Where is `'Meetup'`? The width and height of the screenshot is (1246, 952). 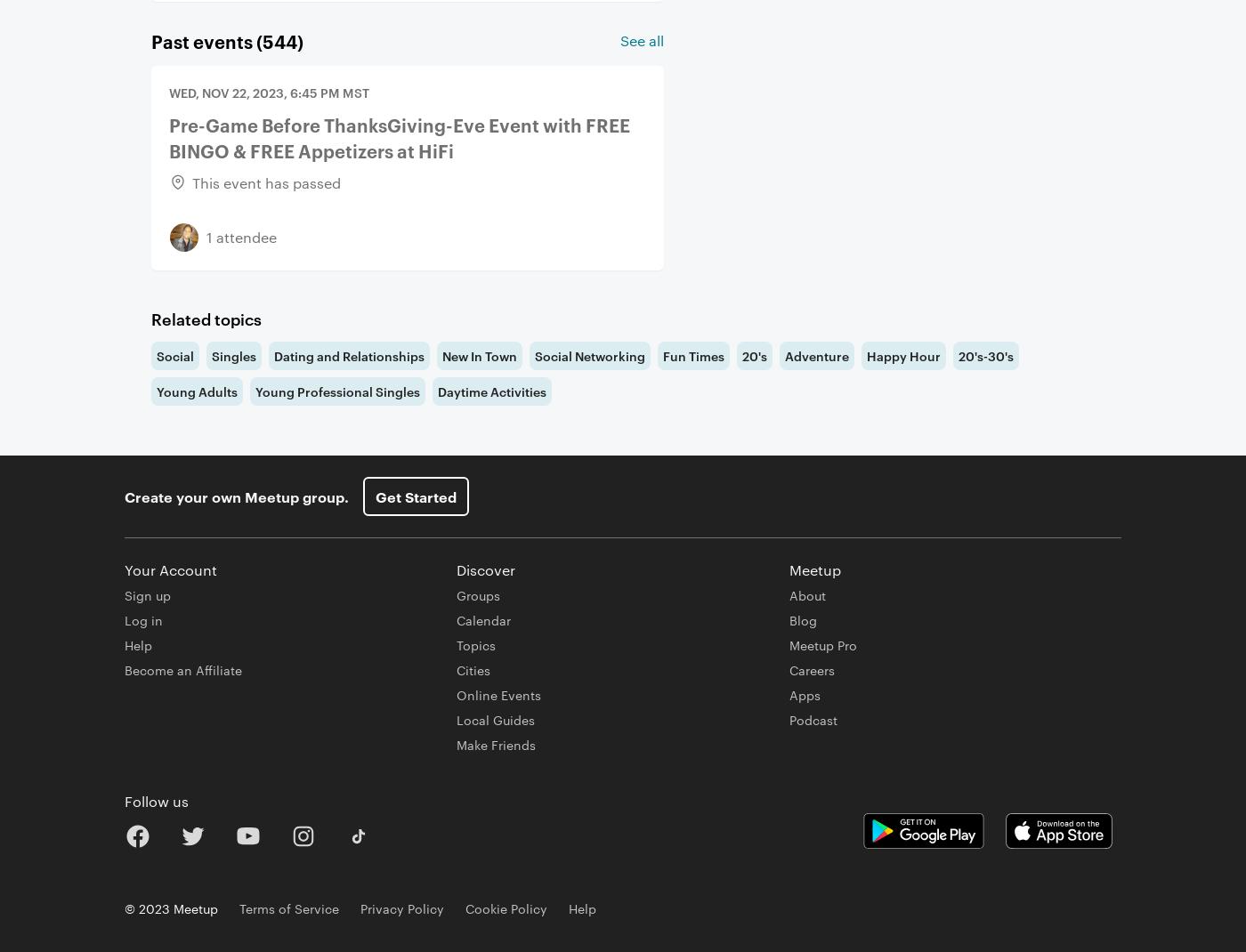
'Meetup' is located at coordinates (814, 569).